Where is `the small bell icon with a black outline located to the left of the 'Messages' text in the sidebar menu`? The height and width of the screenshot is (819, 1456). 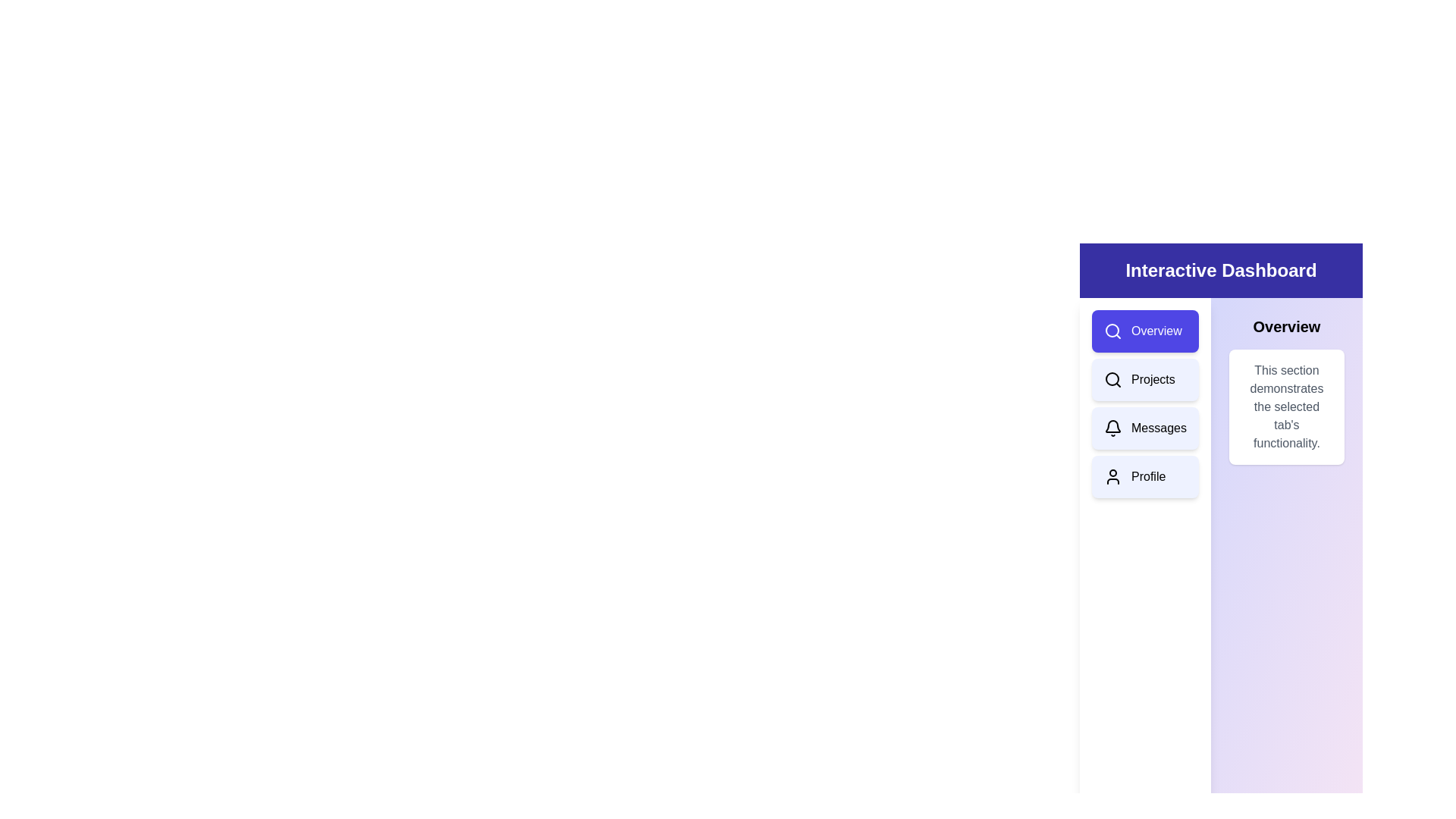 the small bell icon with a black outline located to the left of the 'Messages' text in the sidebar menu is located at coordinates (1113, 428).